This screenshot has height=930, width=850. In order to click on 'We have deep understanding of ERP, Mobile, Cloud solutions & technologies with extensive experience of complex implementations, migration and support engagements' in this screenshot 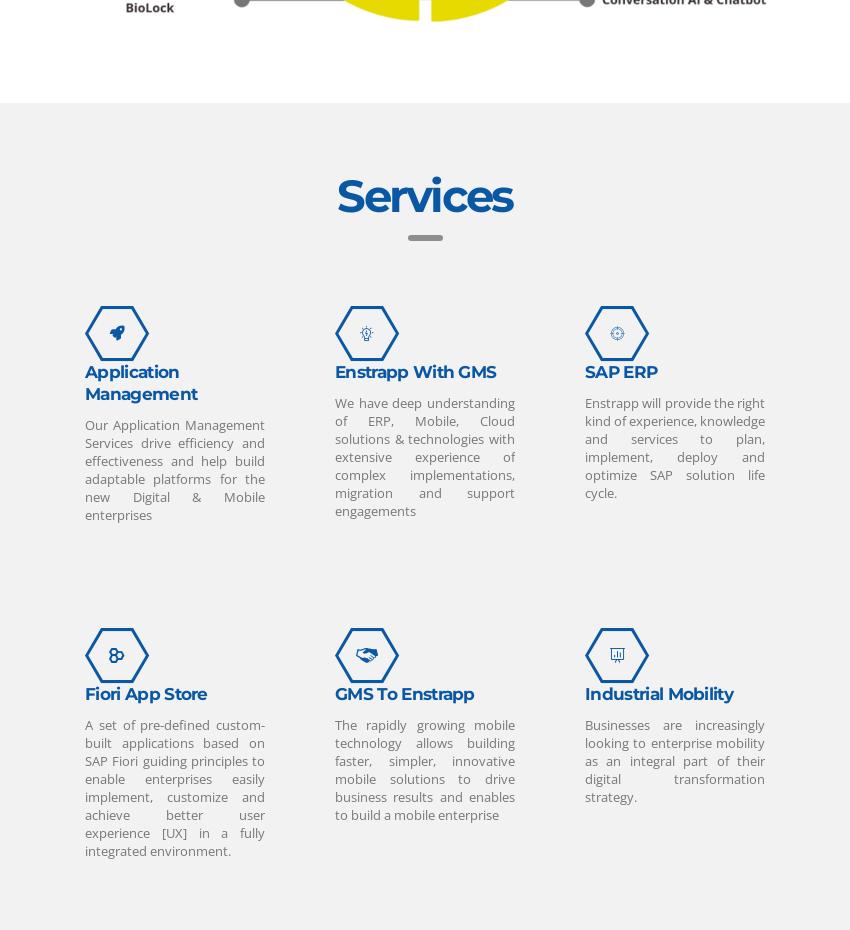, I will do `click(425, 455)`.